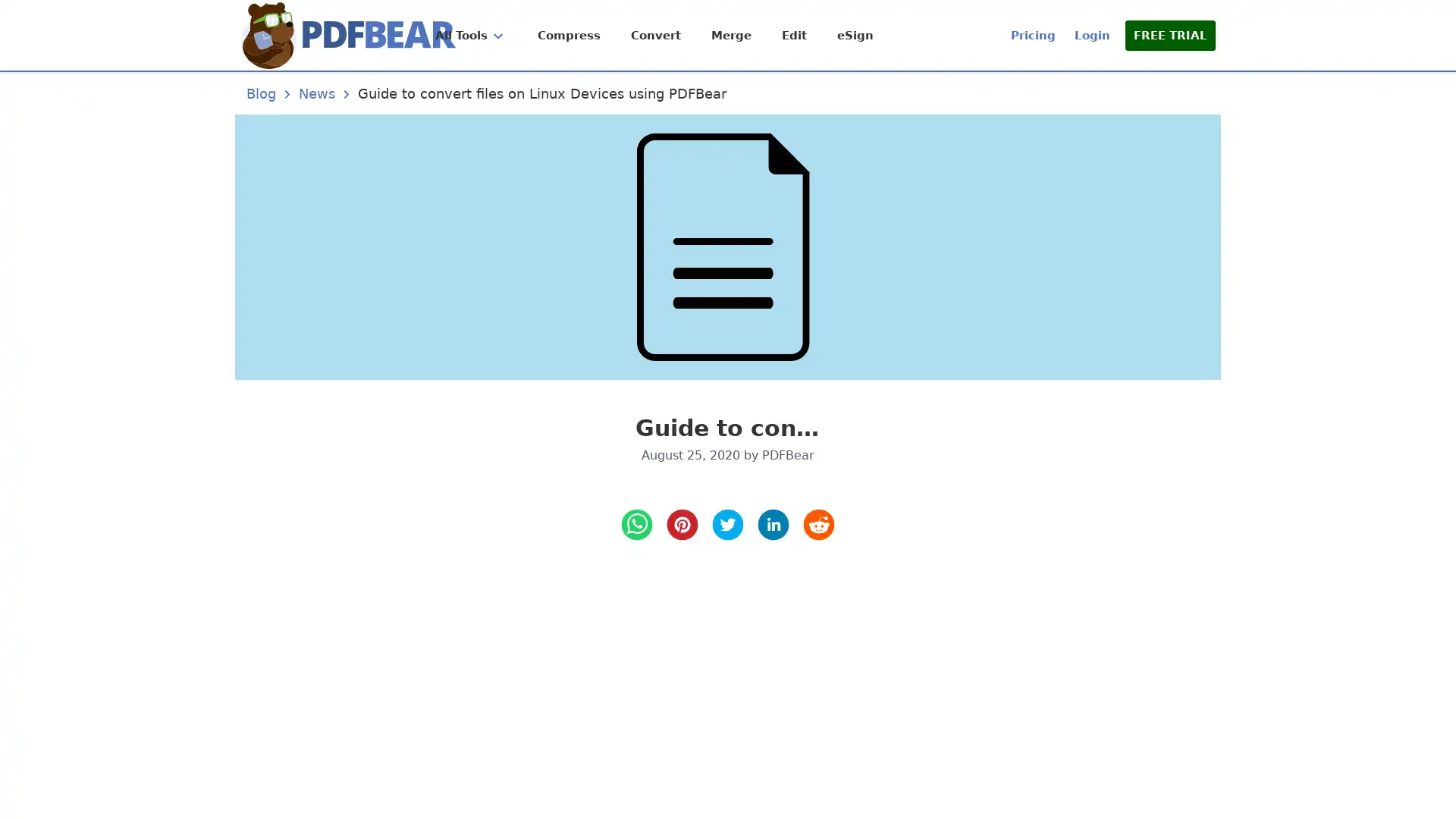 The width and height of the screenshot is (1456, 819). I want to click on reddit, so click(818, 523).